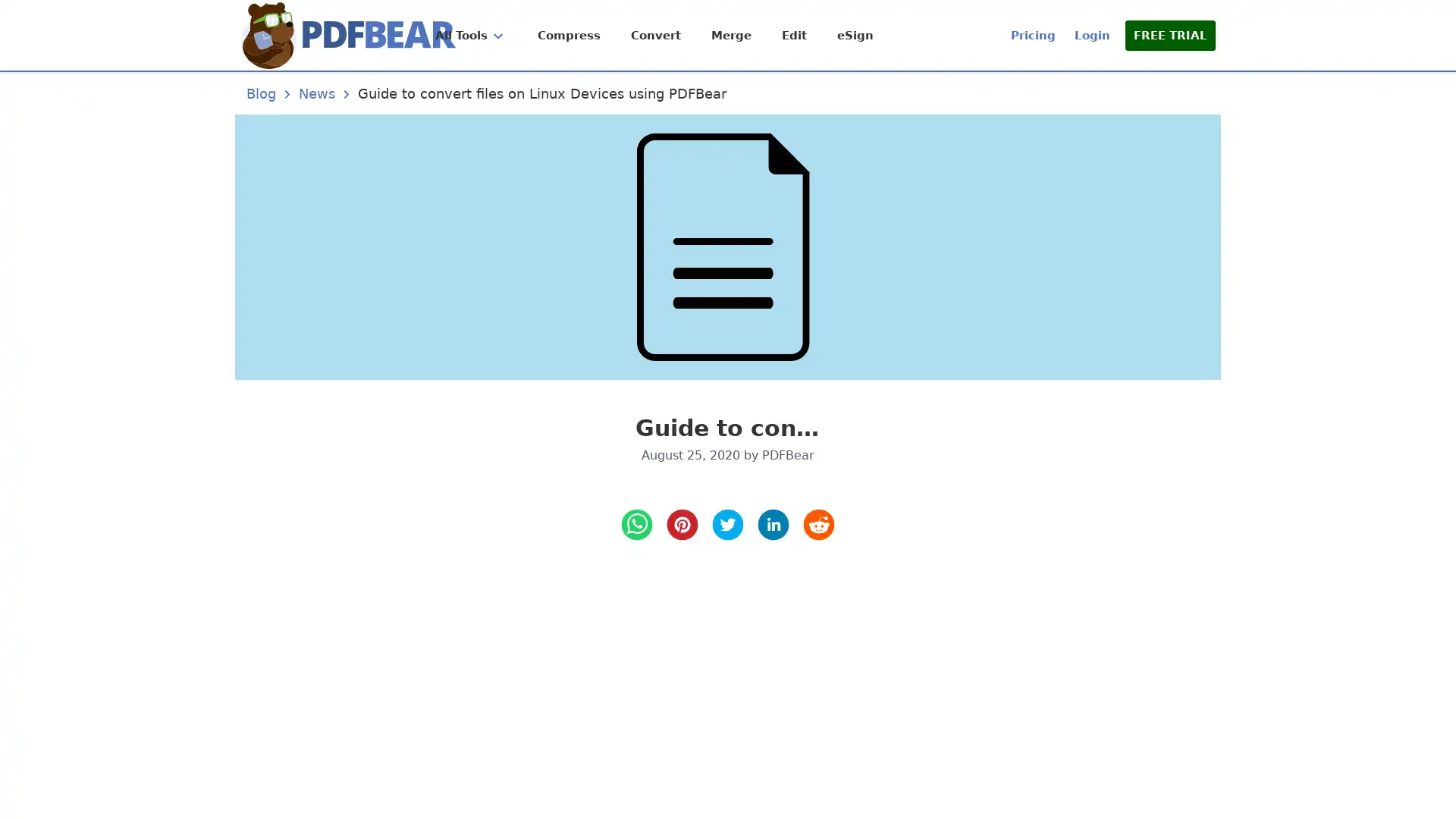 The width and height of the screenshot is (1456, 819). I want to click on reddit, so click(818, 523).